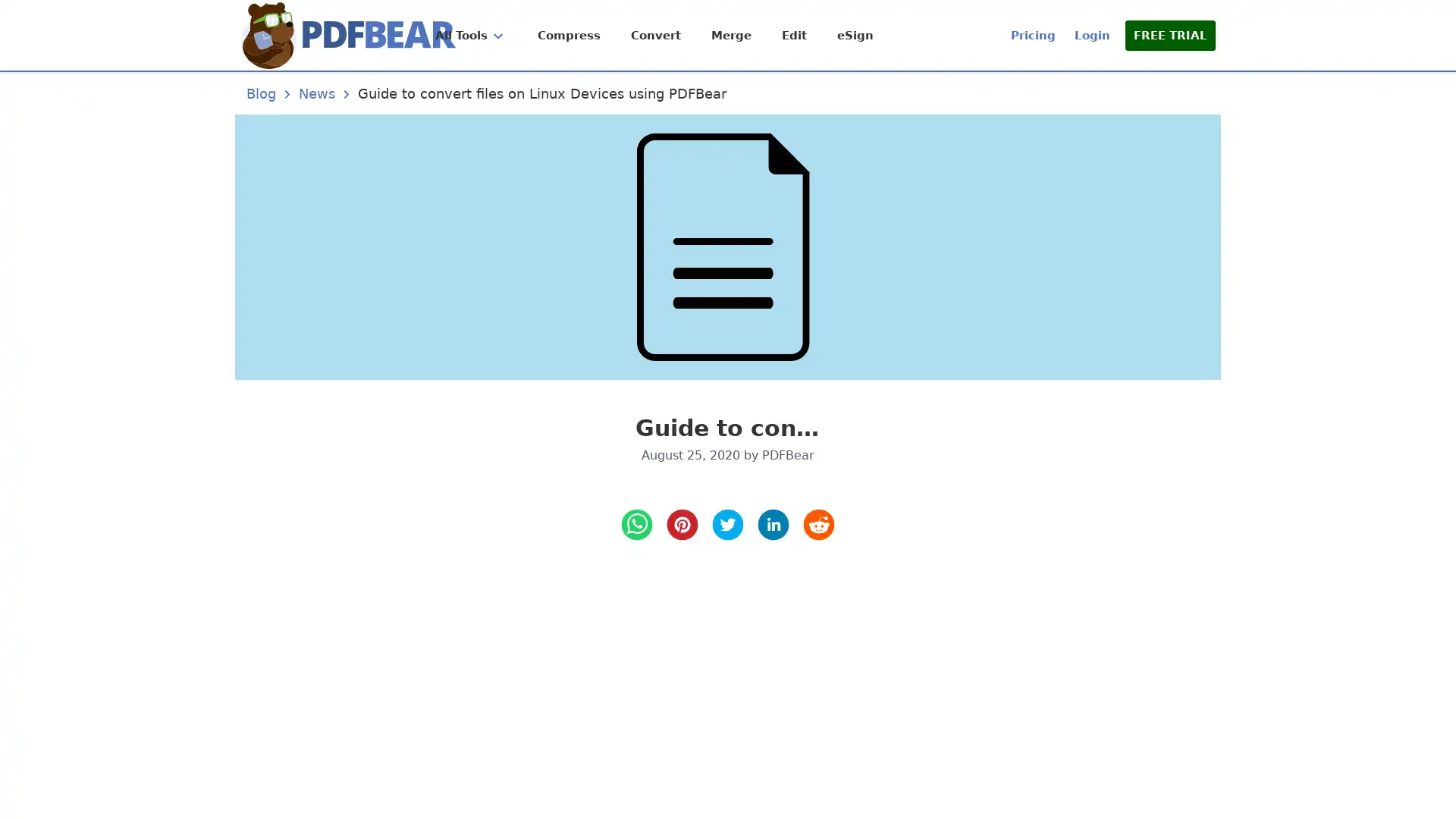 The width and height of the screenshot is (1456, 819). I want to click on reddit, so click(818, 523).